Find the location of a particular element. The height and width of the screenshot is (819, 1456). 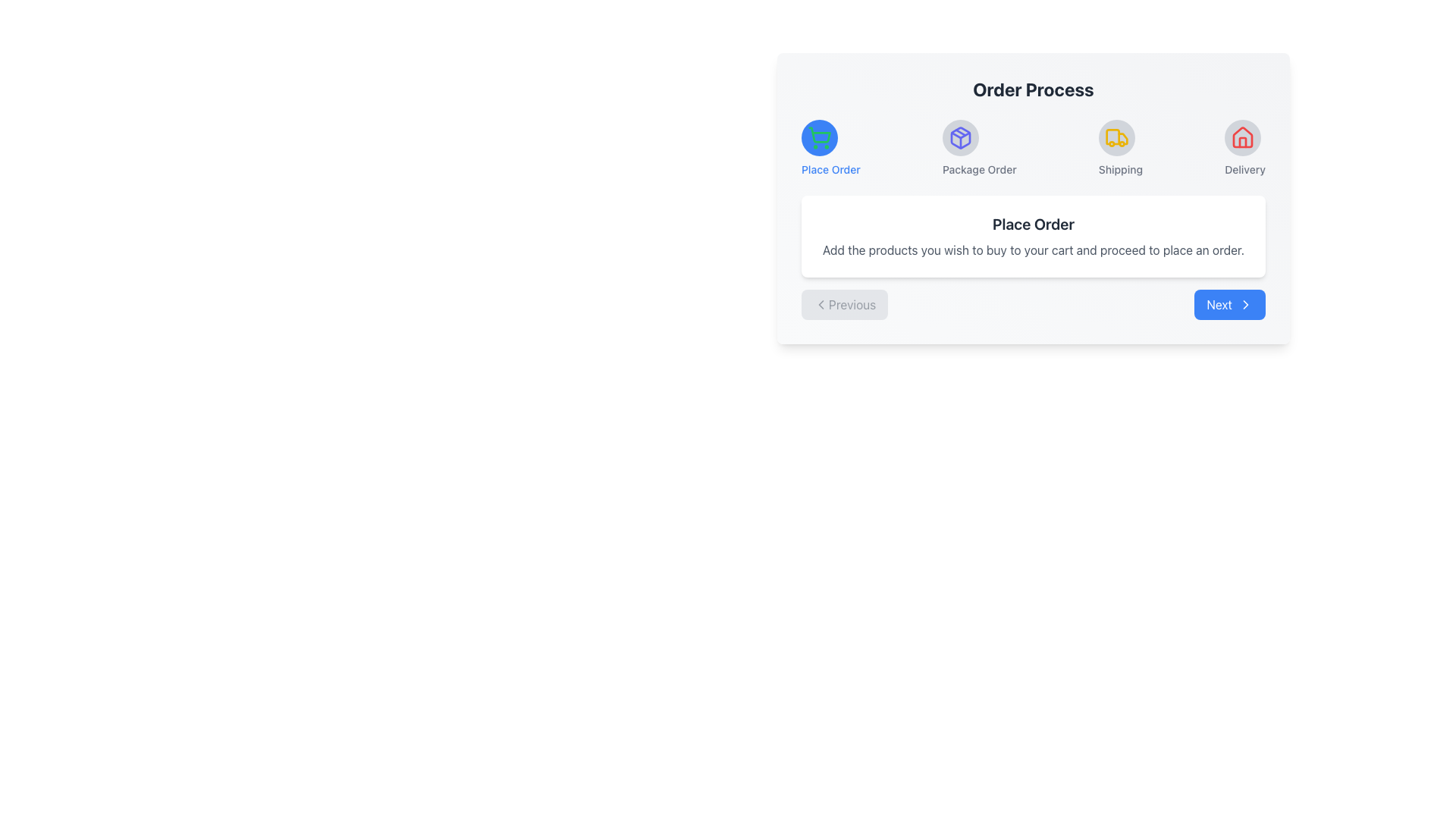

the icons in the Interactive multi-section progress tracker titled 'Order Process' is located at coordinates (1033, 198).